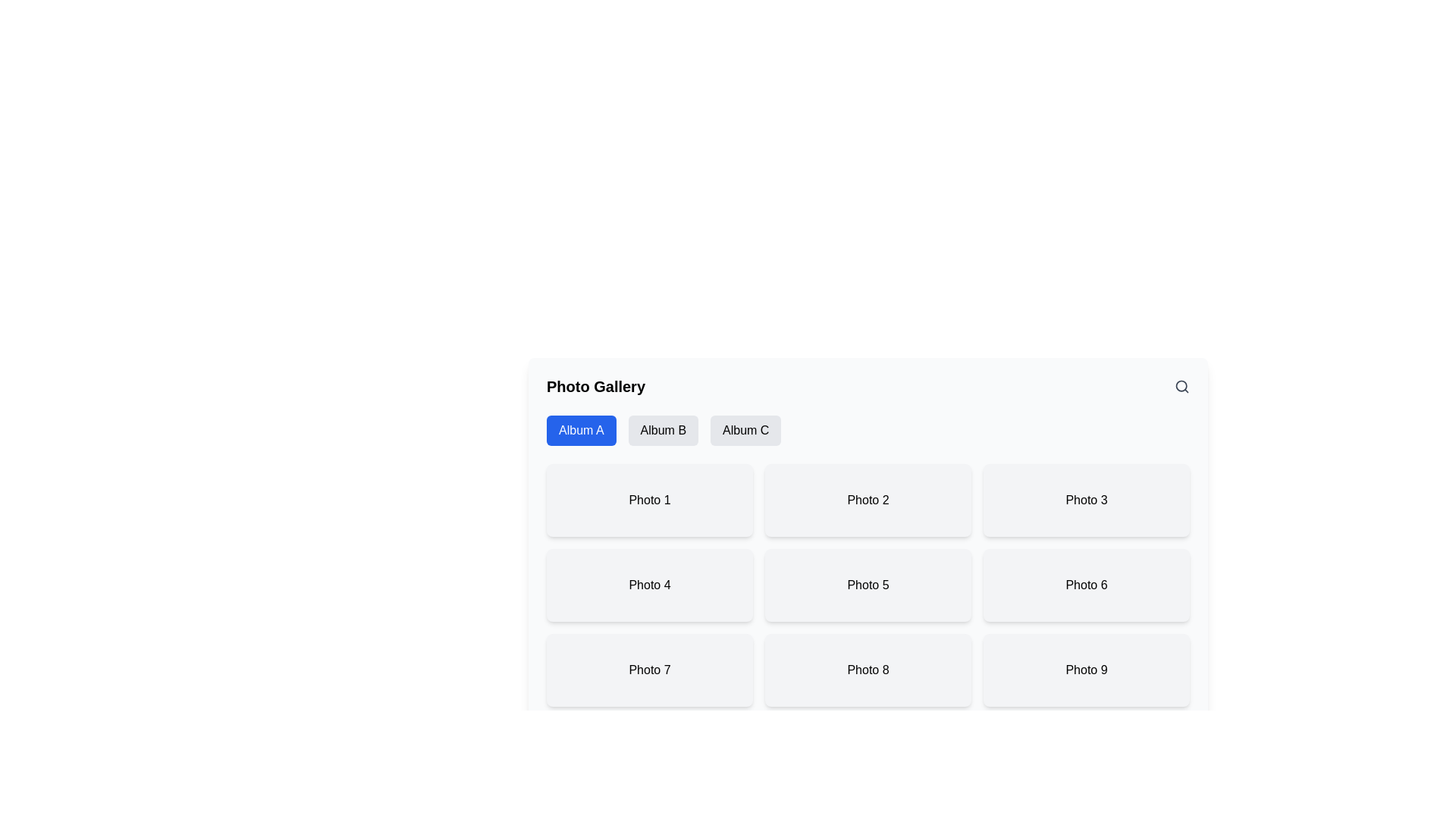  What do you see at coordinates (595, 385) in the screenshot?
I see `the text label that serves as a non-interactive header for the photo gallery, located at the far left above the album tabs` at bounding box center [595, 385].